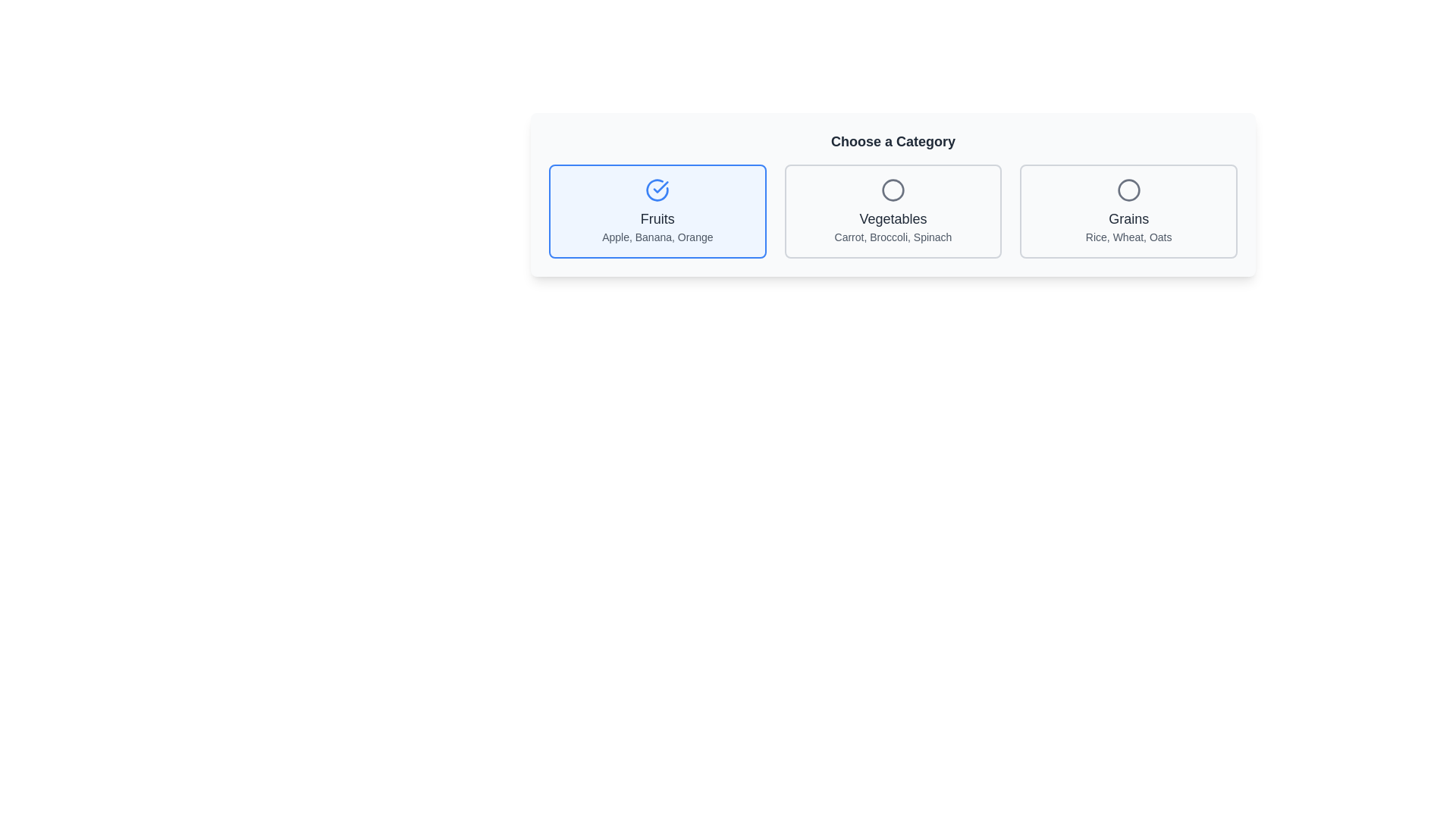 This screenshot has height=819, width=1456. Describe the element at coordinates (657, 237) in the screenshot. I see `the static text field that displays 'Apple, Banana, Orange', which is located below the 'Fruits' title in the first card of the horizontal selection menu` at that location.